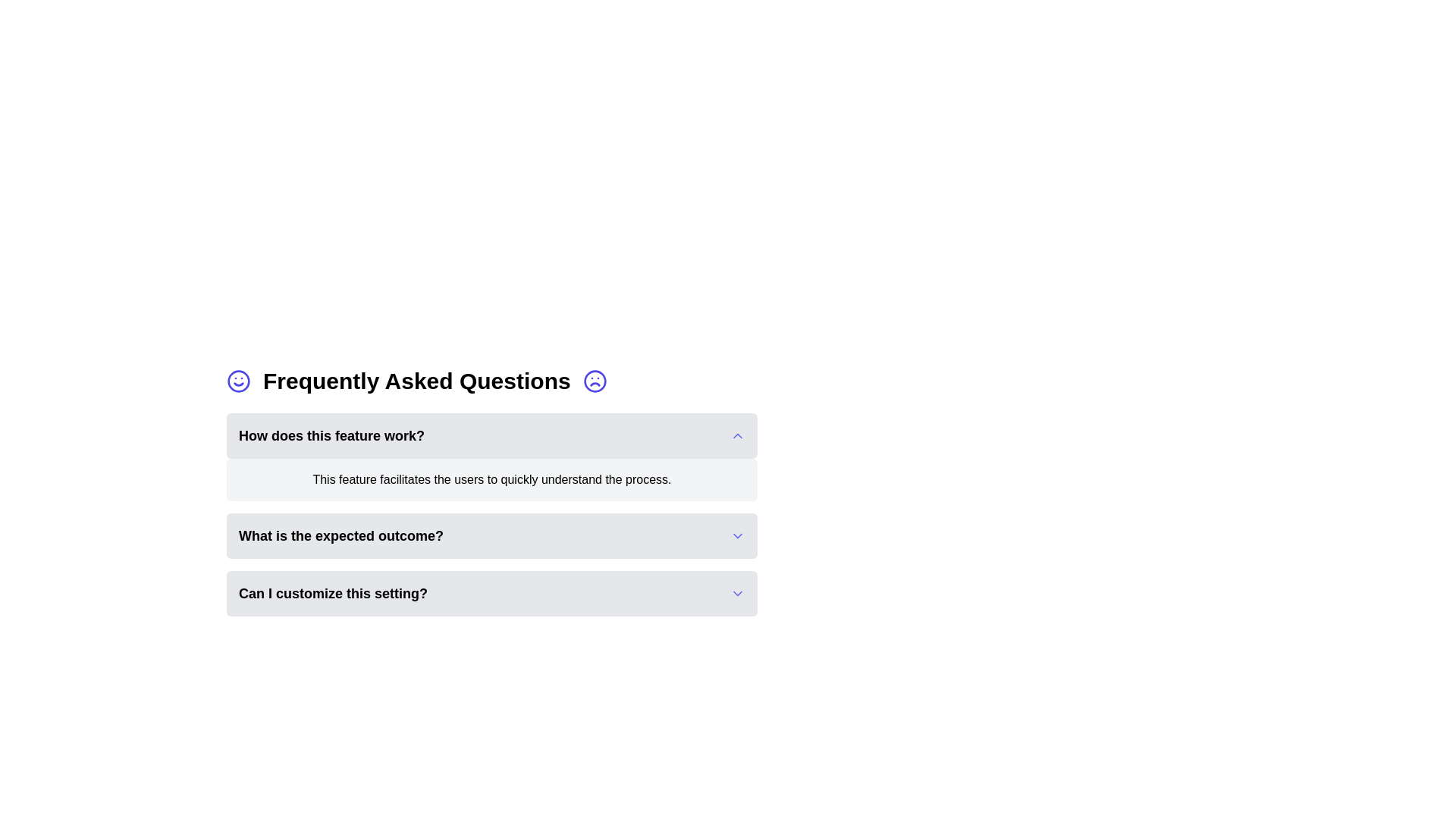 This screenshot has width=1456, height=819. What do you see at coordinates (491, 535) in the screenshot?
I see `the third Collapsible FAQ item labeled 'What is the expected outcome?'` at bounding box center [491, 535].